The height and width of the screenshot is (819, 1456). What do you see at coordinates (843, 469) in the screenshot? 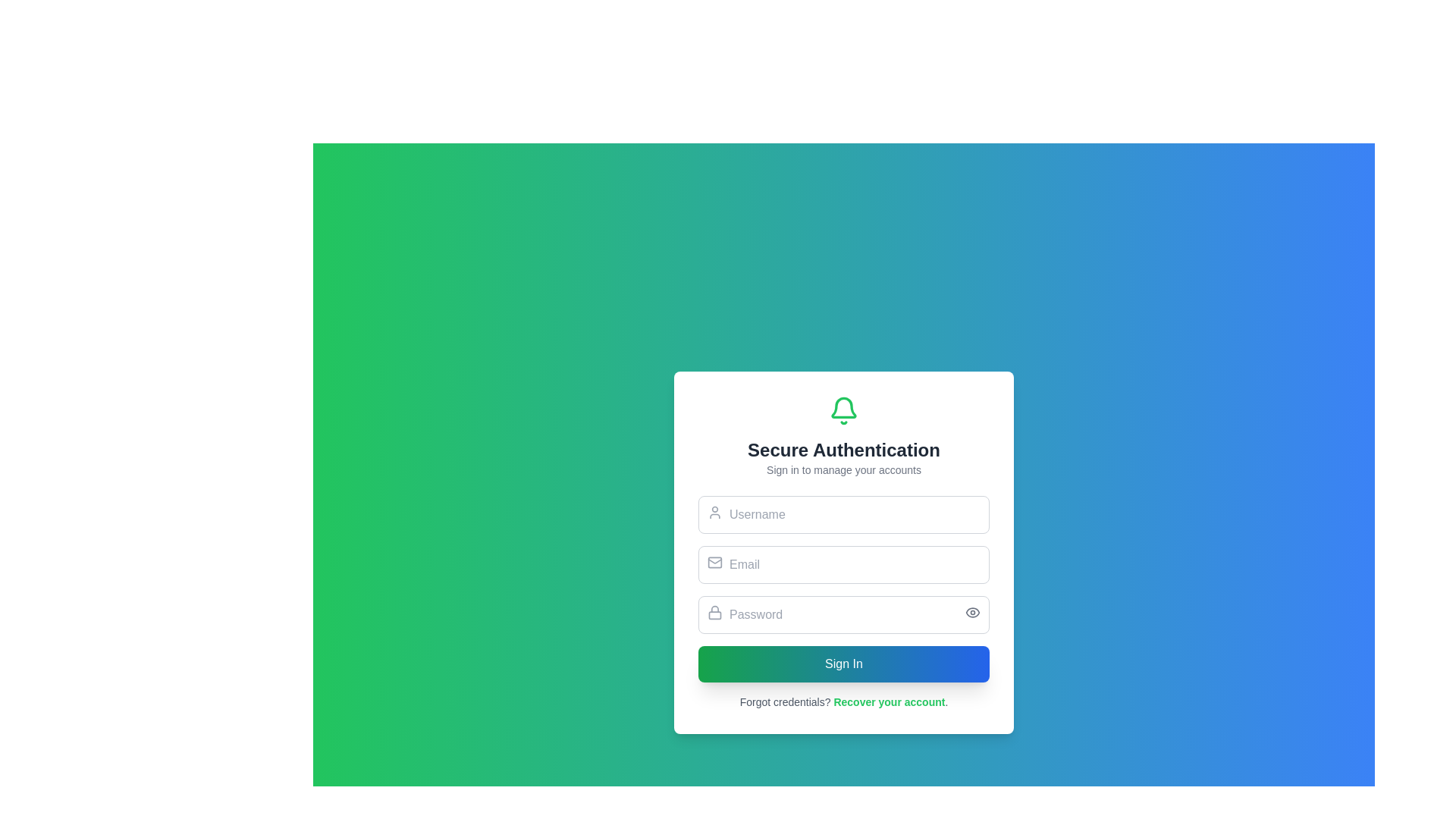
I see `the static text that provides supporting instructions for the sign-in process, located below 'Secure Authentication' and above the user credential input fields` at bounding box center [843, 469].